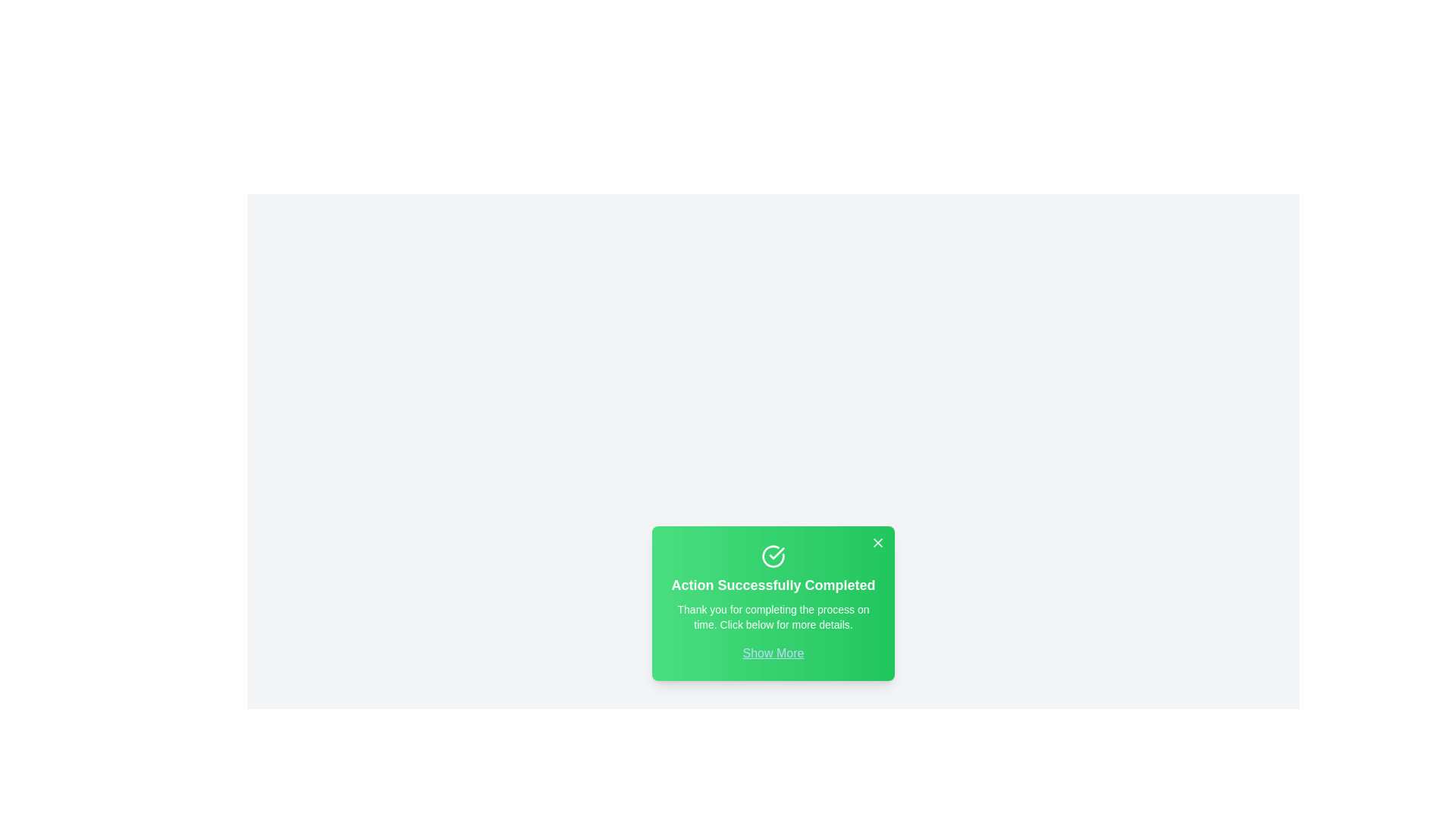  I want to click on 'Show More' button to toggle the visibility of additional details, so click(773, 652).